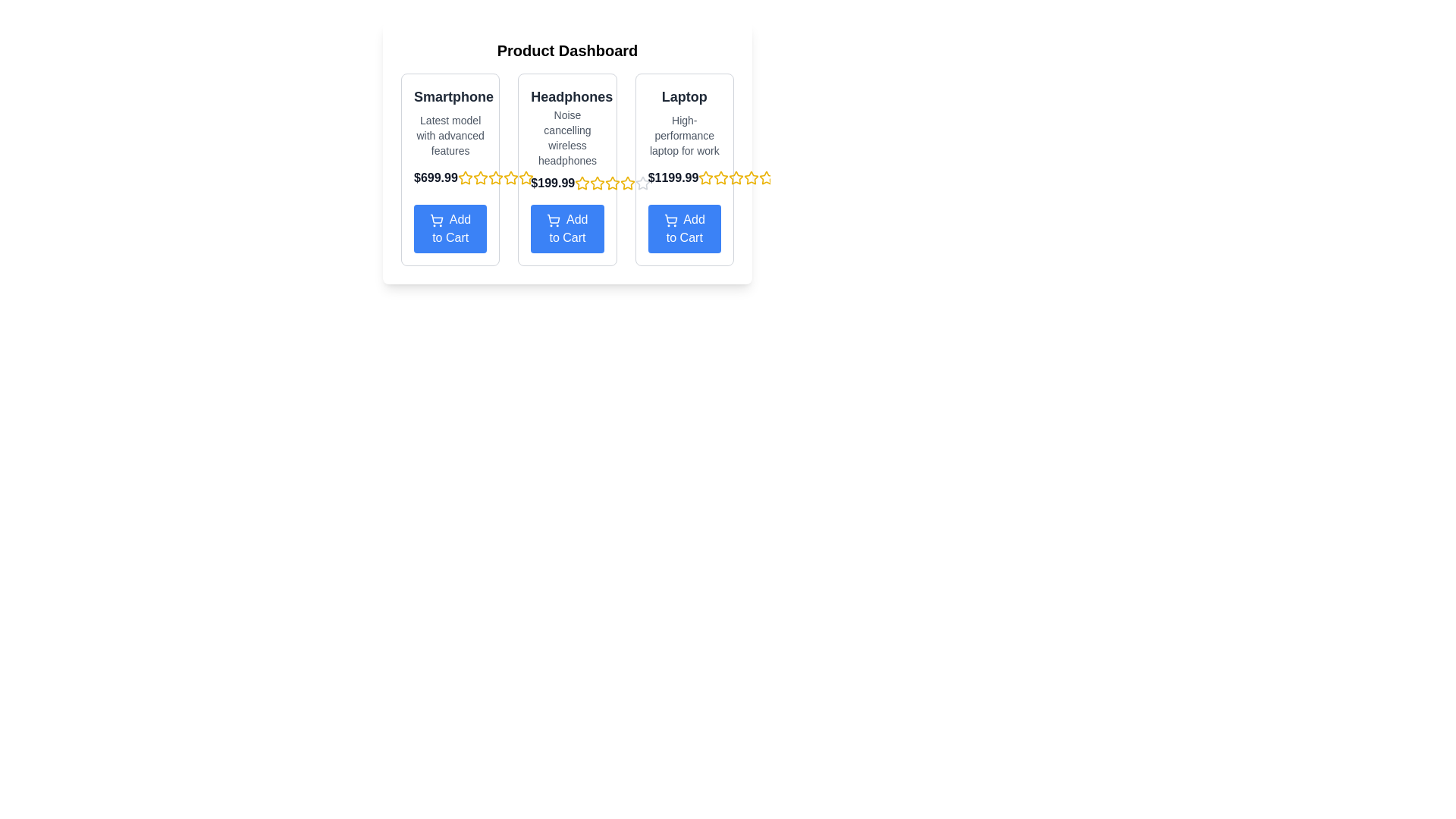  What do you see at coordinates (767, 177) in the screenshot?
I see `the 10th light yellow outlined star icon representing the rating feature under the product section titled 'Laptop' in the product listing interface of the dashboard` at bounding box center [767, 177].